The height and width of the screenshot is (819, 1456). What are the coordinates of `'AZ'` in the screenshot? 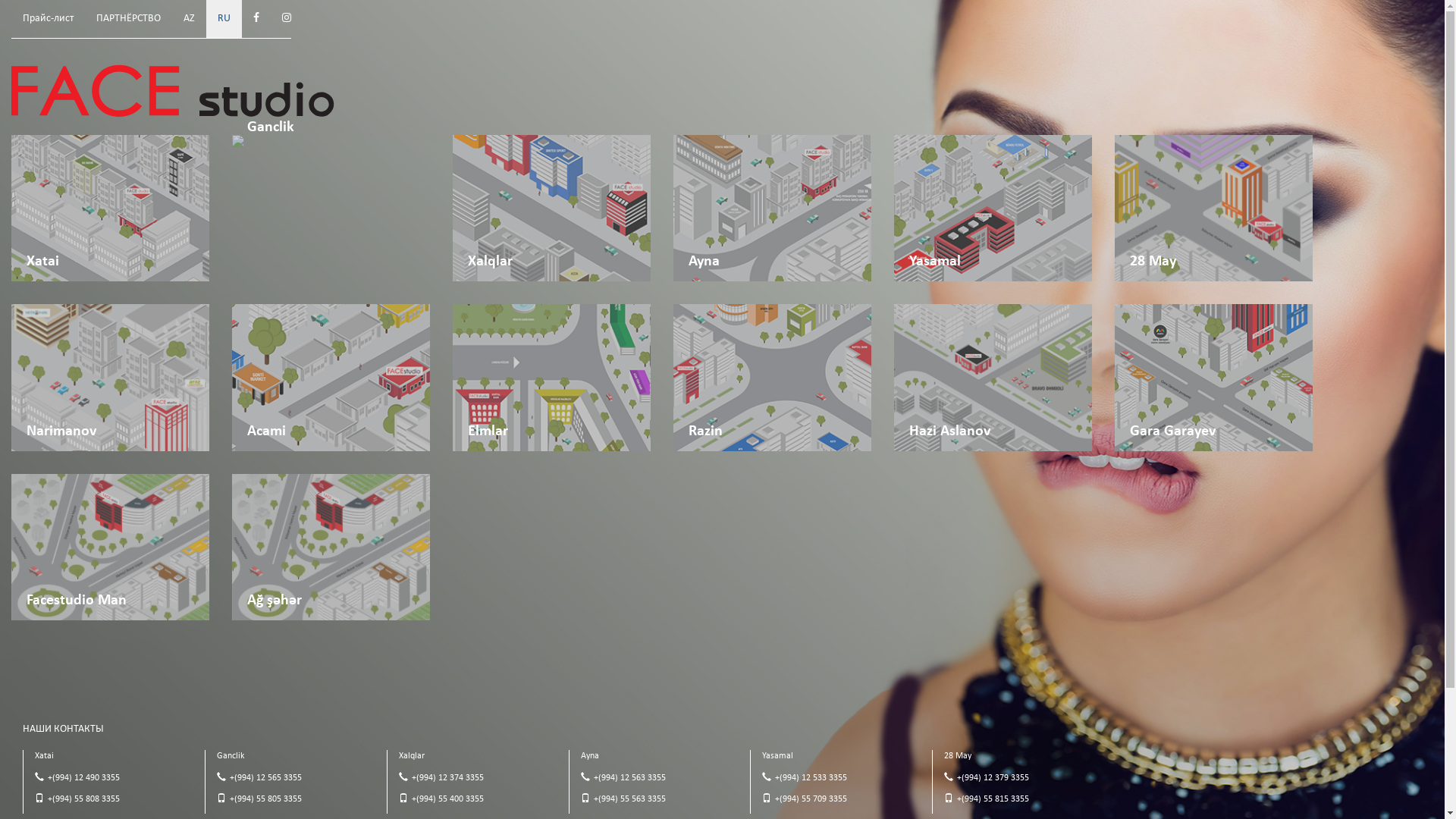 It's located at (188, 18).